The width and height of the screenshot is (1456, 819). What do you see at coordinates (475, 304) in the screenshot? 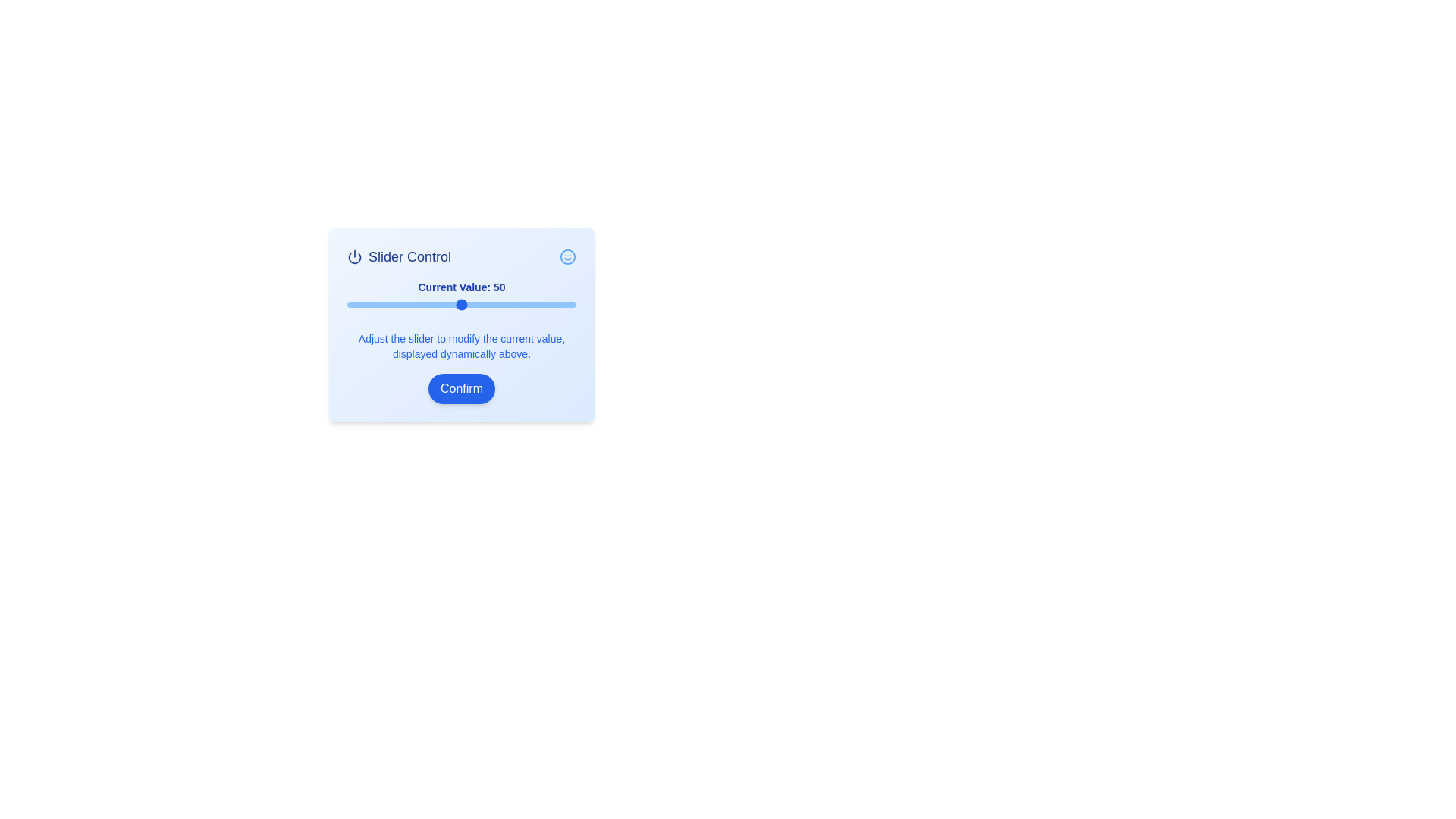
I see `the slider value` at bounding box center [475, 304].